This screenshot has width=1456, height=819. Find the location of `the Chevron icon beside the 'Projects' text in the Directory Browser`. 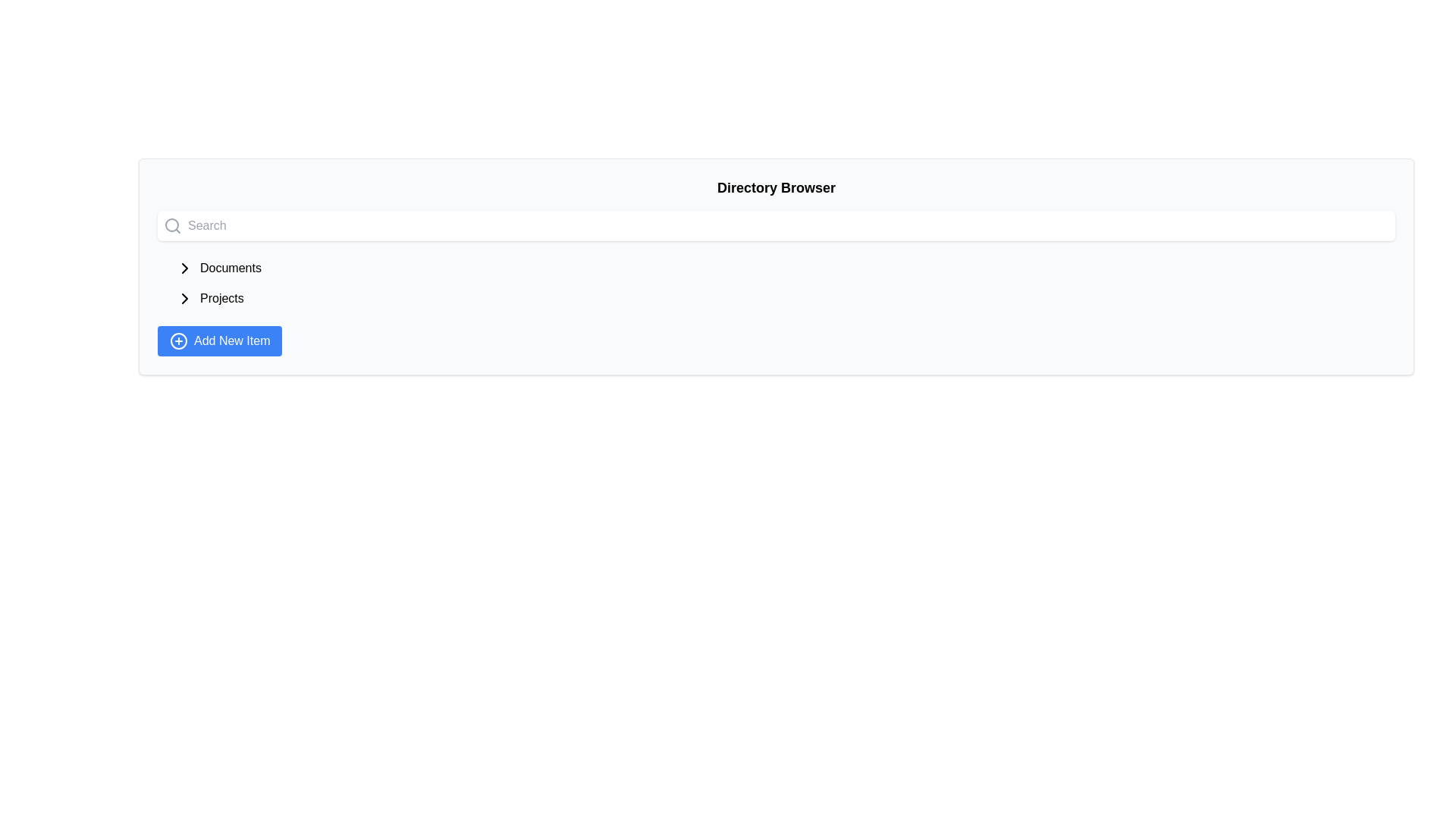

the Chevron icon beside the 'Projects' text in the Directory Browser is located at coordinates (184, 298).